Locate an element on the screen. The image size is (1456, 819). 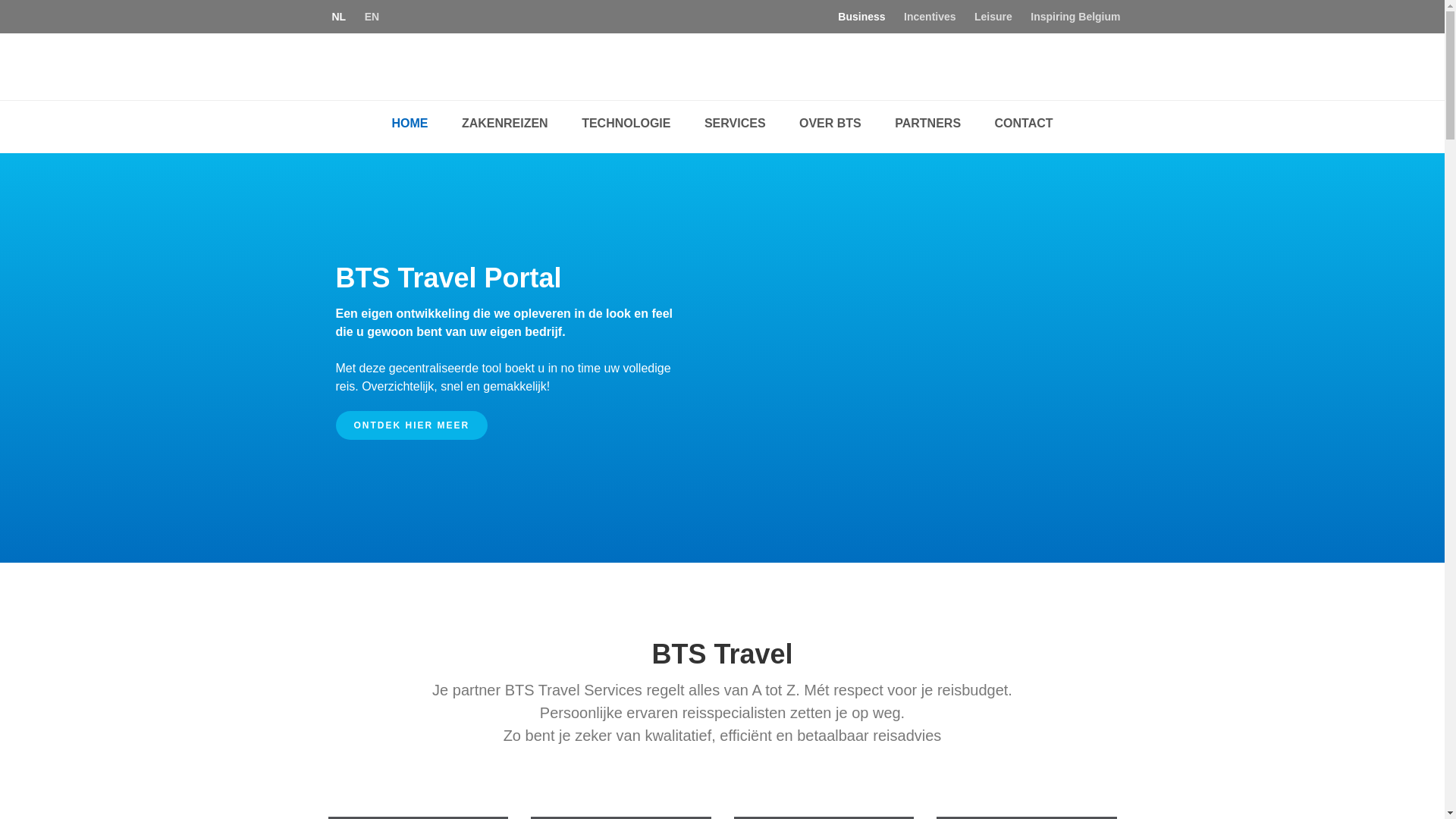
'EN' is located at coordinates (372, 17).